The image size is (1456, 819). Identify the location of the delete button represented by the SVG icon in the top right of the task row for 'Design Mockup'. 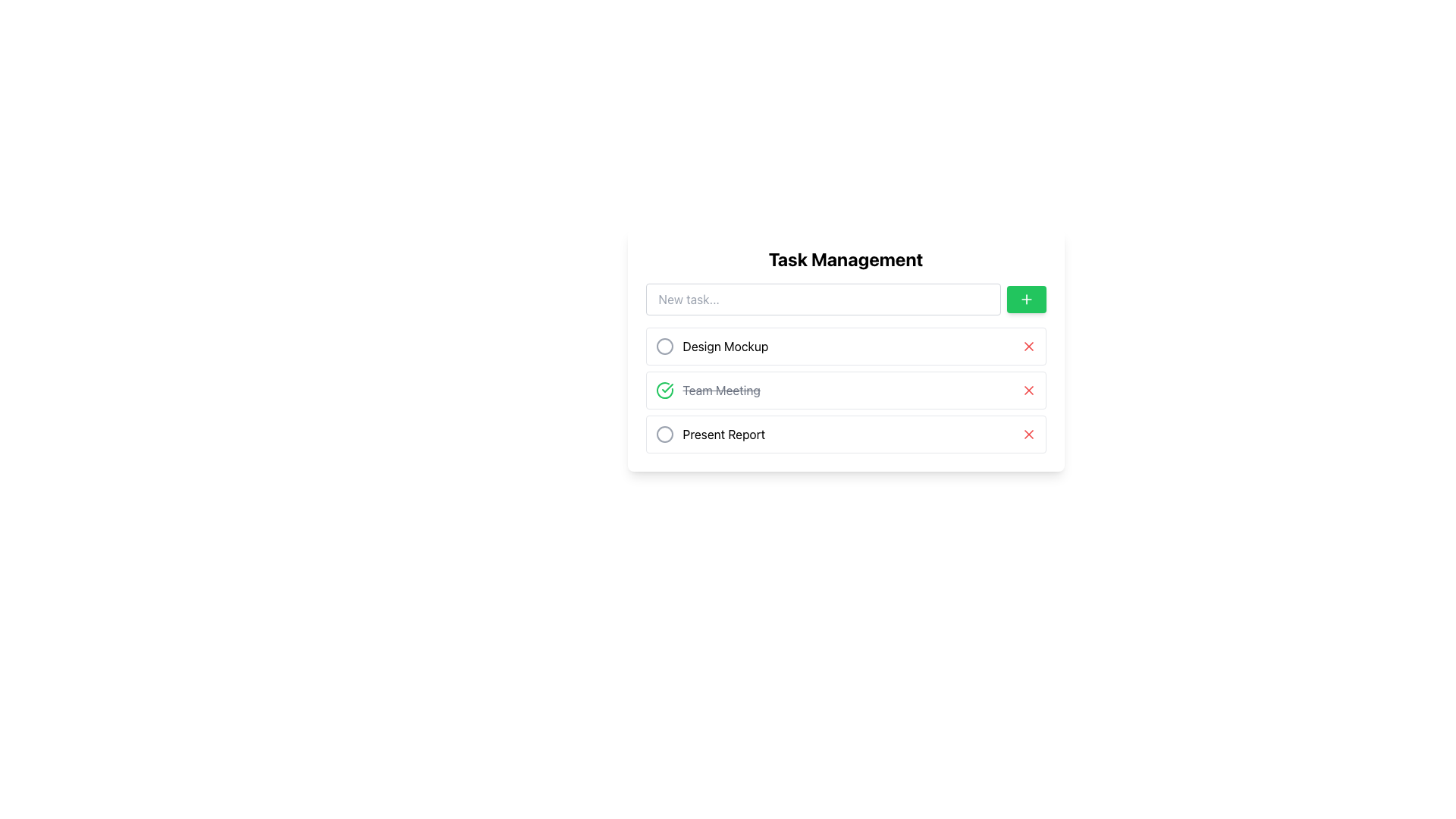
(1028, 346).